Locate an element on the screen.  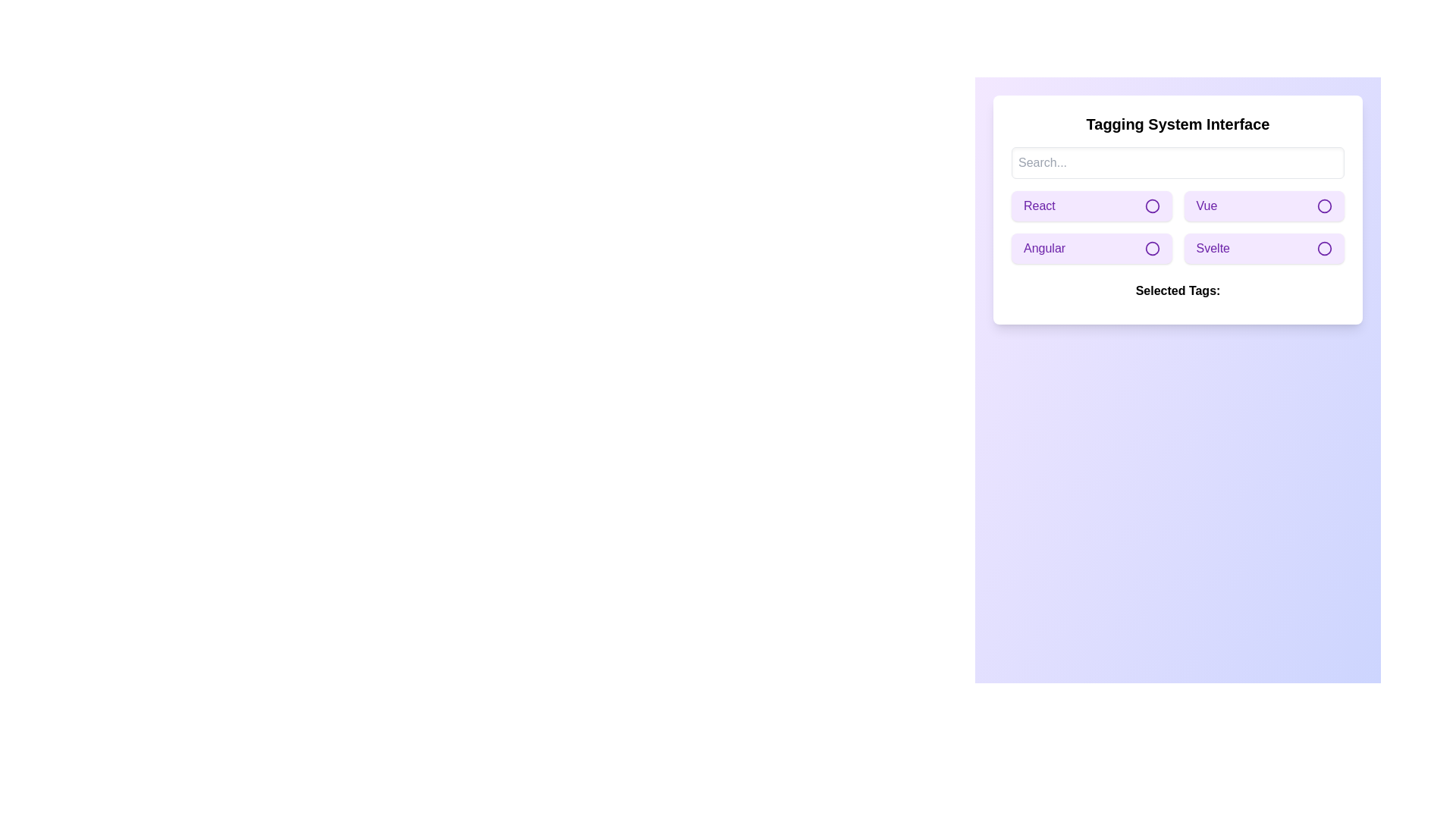
the button labeled 'Svelte' with a purple font and light purple background, located in the lower-right corner of the grid layout is located at coordinates (1264, 247).